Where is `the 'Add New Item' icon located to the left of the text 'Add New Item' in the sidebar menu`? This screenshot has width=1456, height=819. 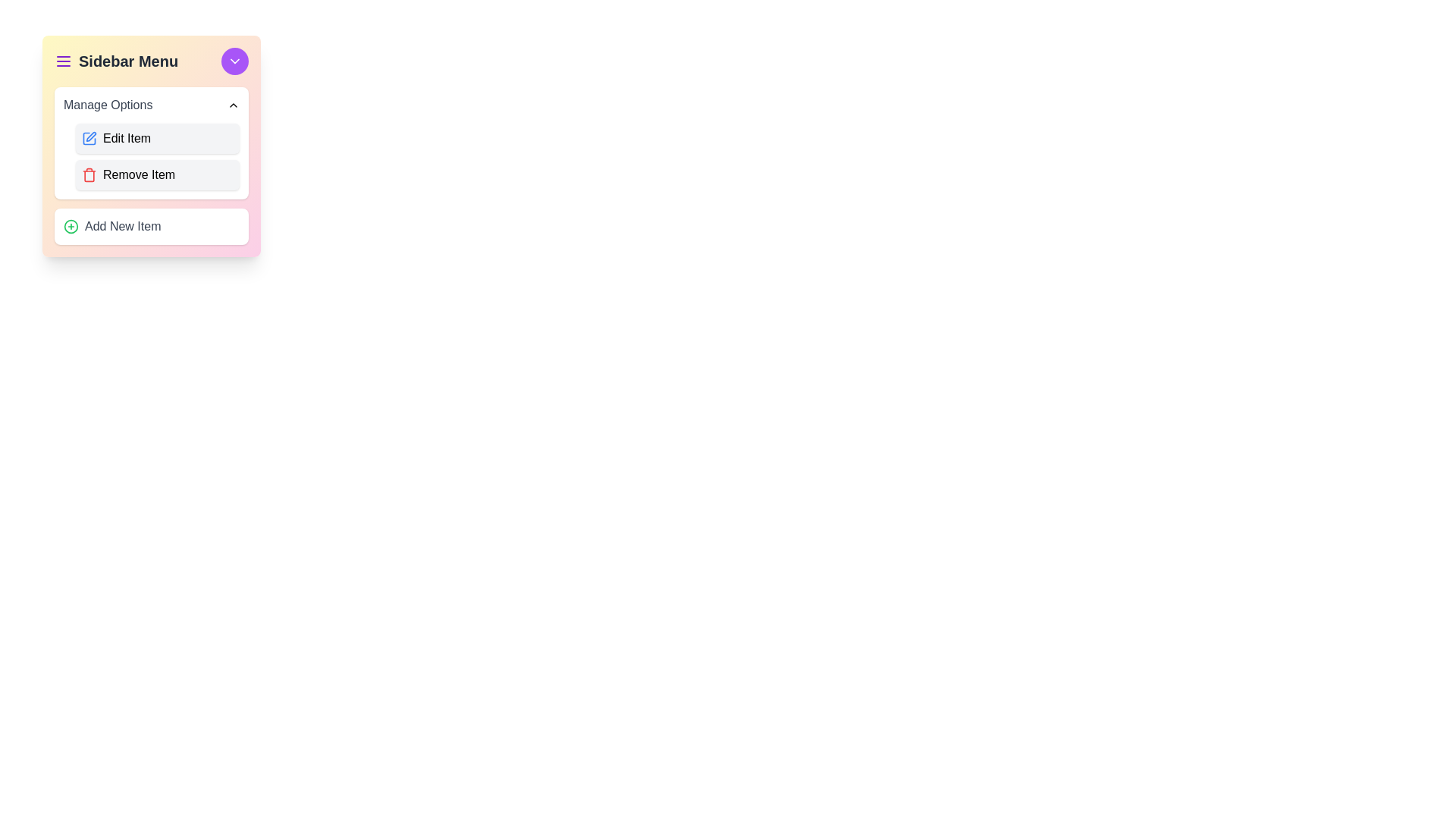 the 'Add New Item' icon located to the left of the text 'Add New Item' in the sidebar menu is located at coordinates (71, 227).